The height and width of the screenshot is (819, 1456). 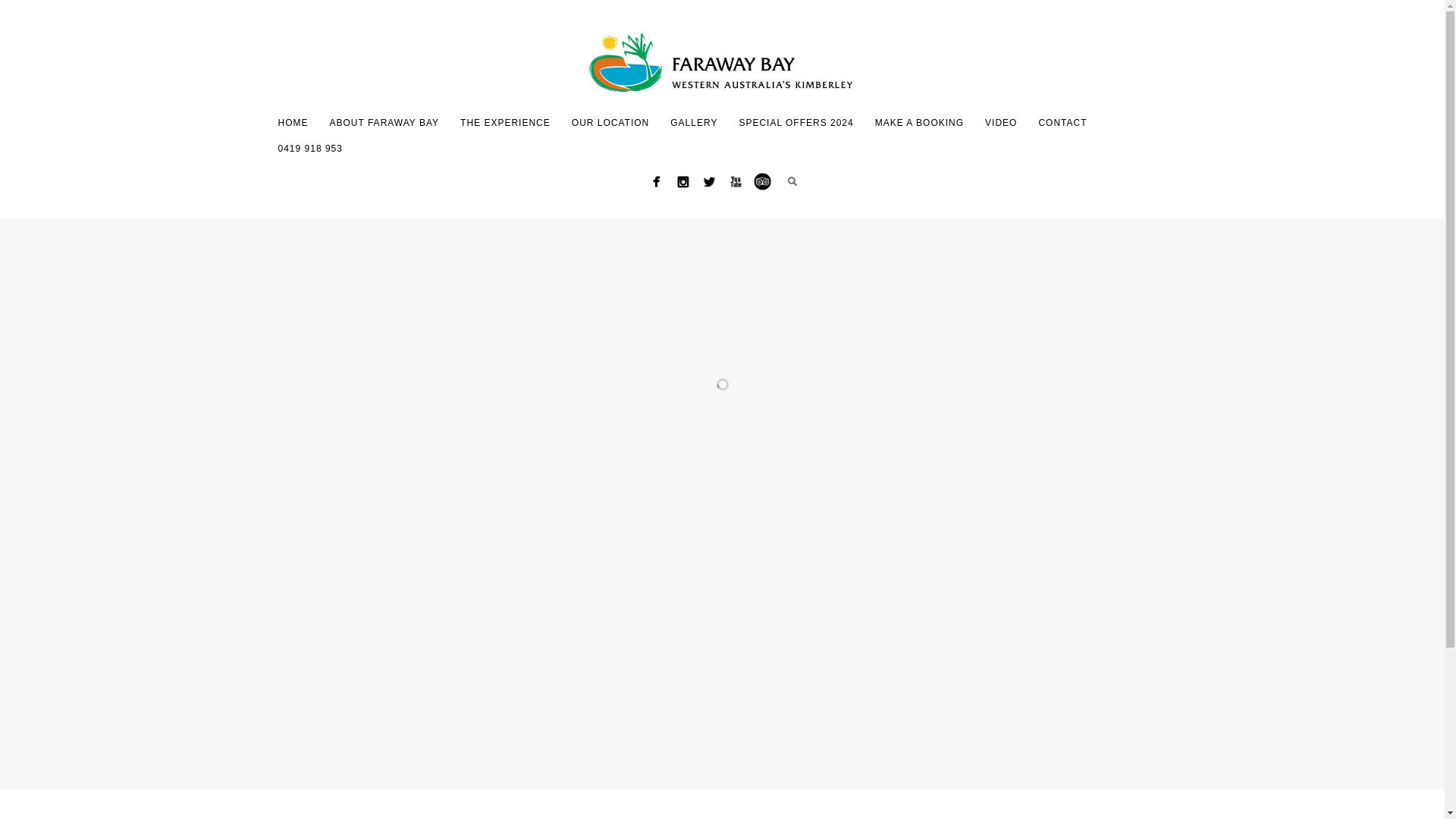 What do you see at coordinates (1001, 122) in the screenshot?
I see `'VIDEO'` at bounding box center [1001, 122].